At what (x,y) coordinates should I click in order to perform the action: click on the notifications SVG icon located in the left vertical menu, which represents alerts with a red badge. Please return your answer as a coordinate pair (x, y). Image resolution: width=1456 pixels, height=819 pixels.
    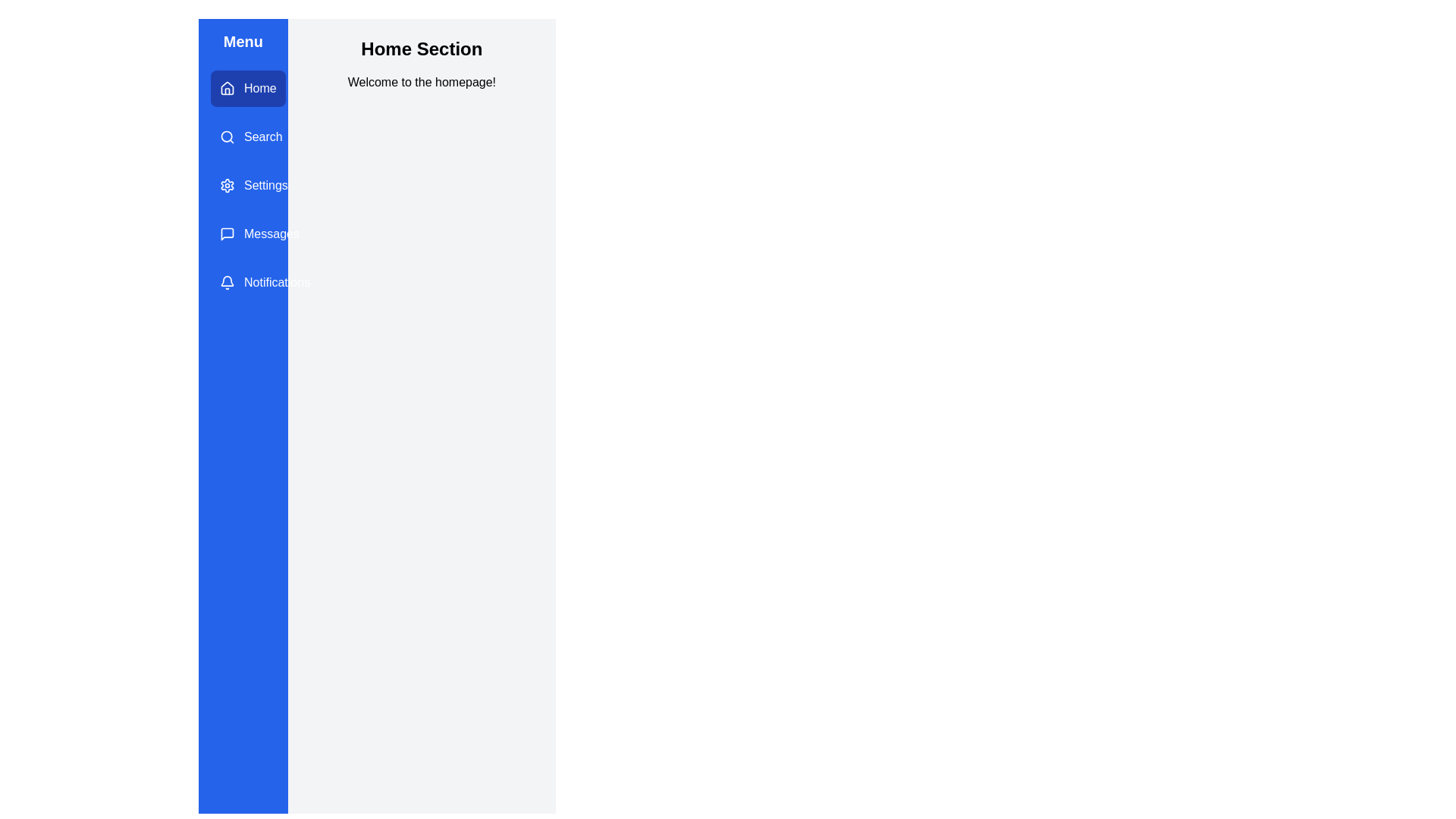
    Looking at the image, I should click on (226, 281).